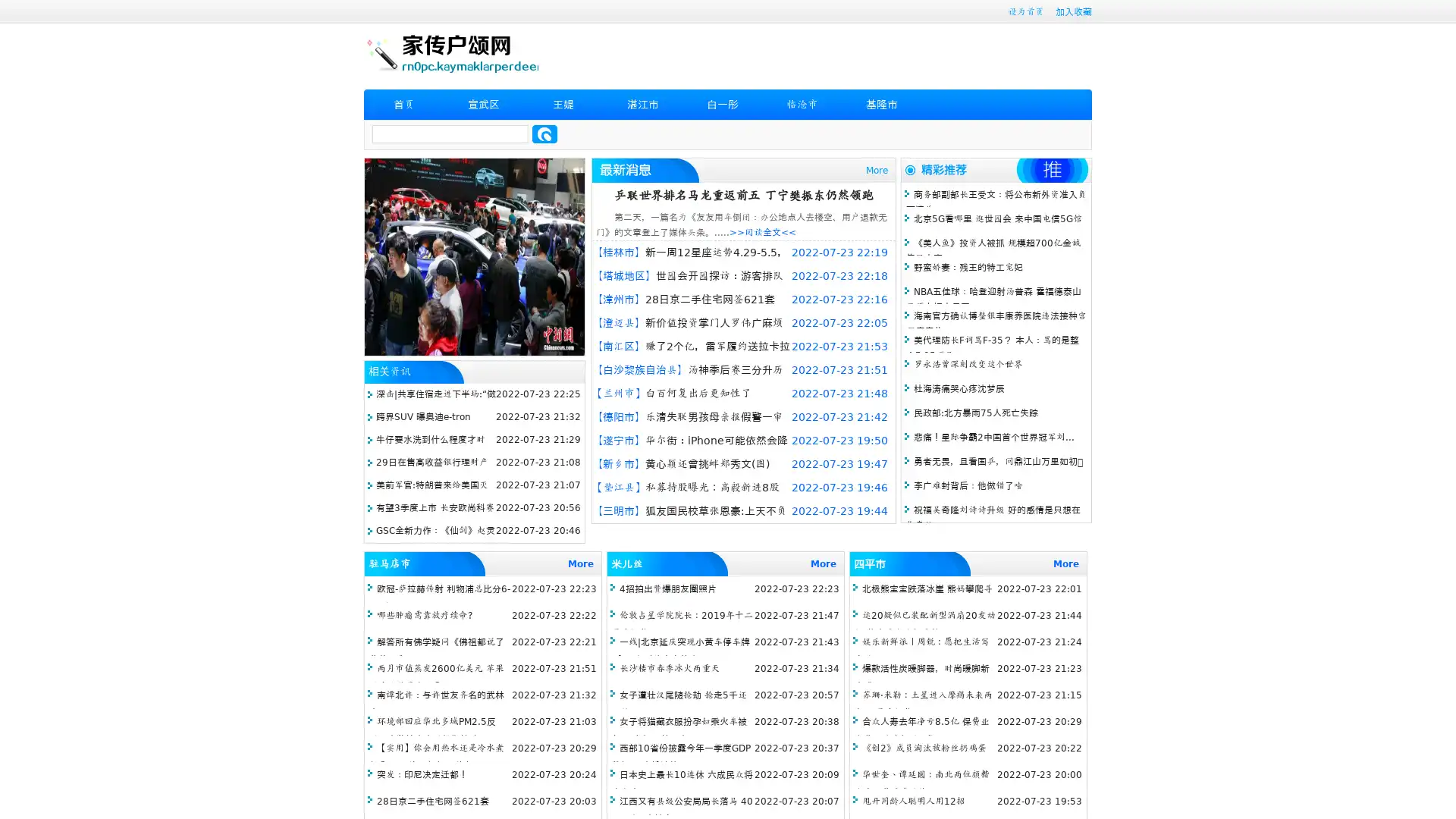 The image size is (1456, 819). I want to click on Search, so click(544, 133).